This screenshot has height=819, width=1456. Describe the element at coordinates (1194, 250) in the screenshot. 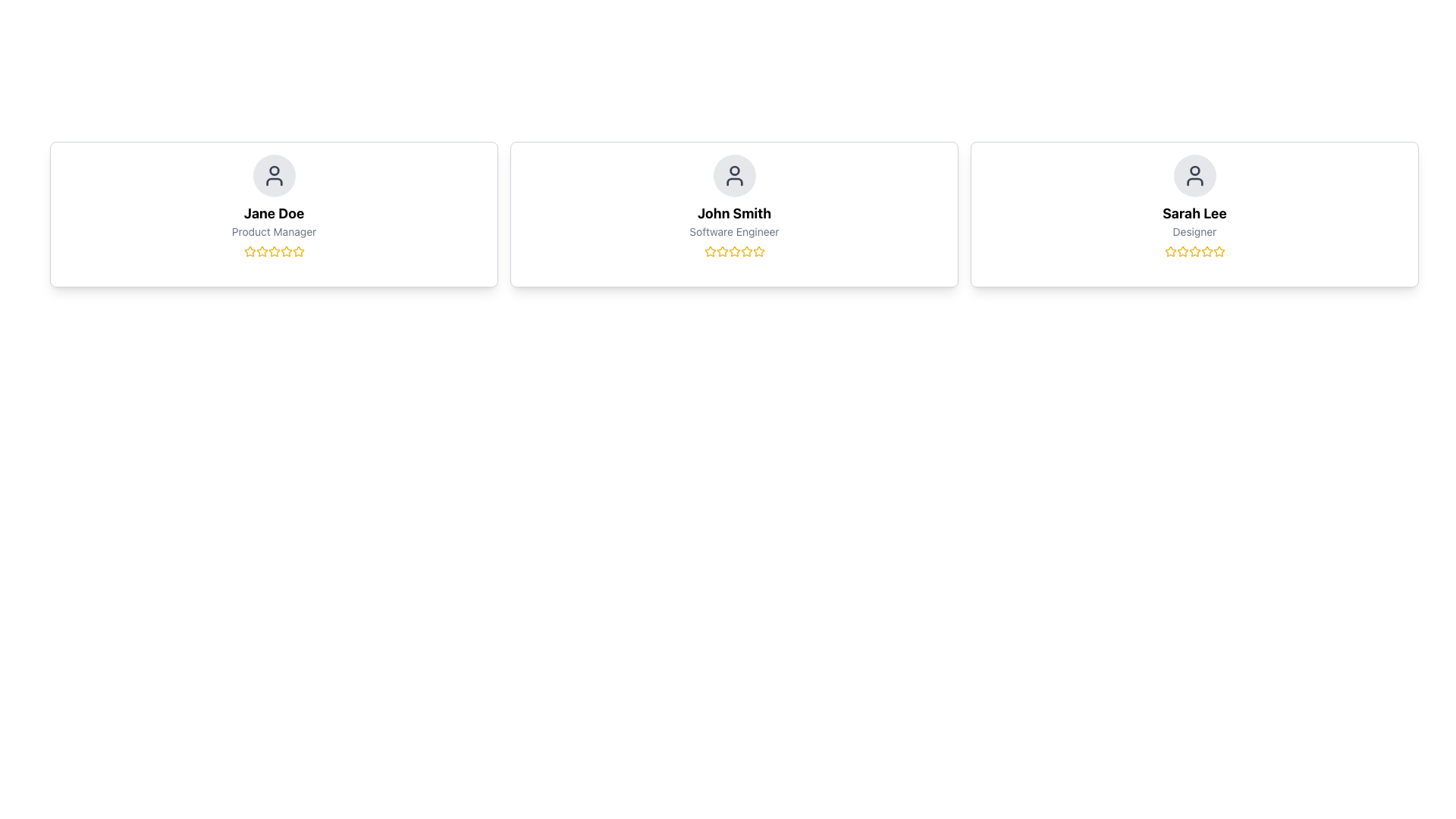

I see `the fourth star-shaped icon with a yellow fill color in the rating section under the 'Sarah Lee' profile` at that location.